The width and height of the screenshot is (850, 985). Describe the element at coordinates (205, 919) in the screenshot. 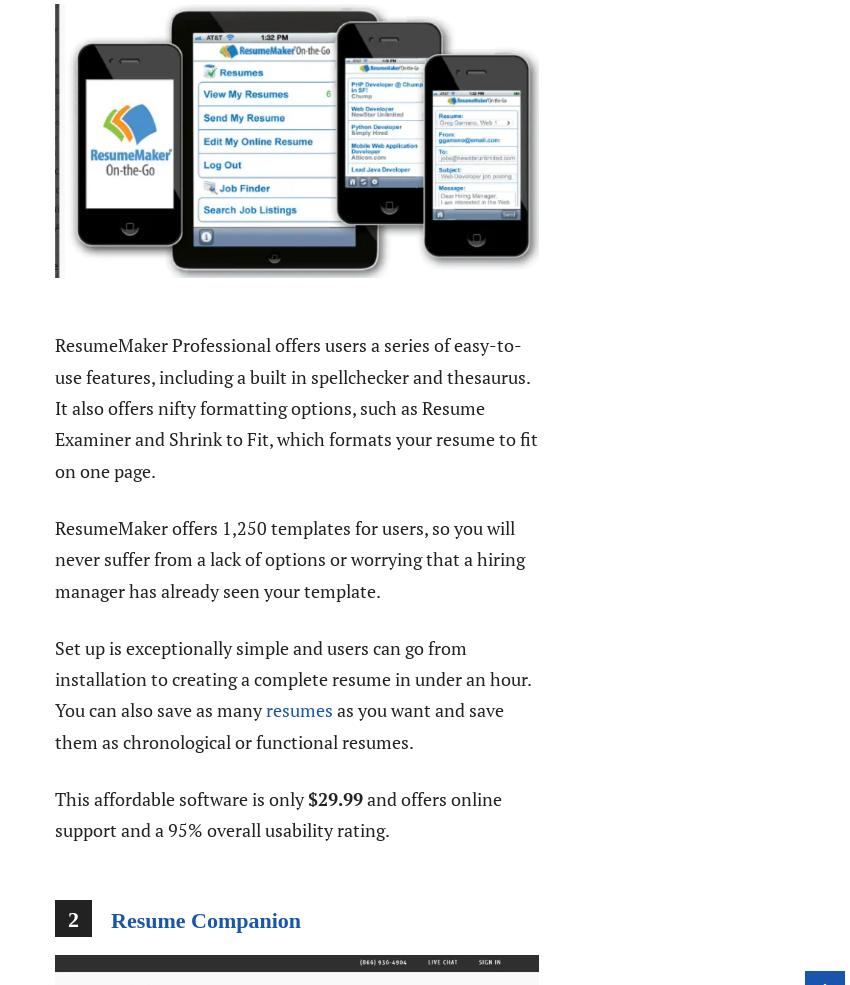

I see `'Resume Companion'` at that location.